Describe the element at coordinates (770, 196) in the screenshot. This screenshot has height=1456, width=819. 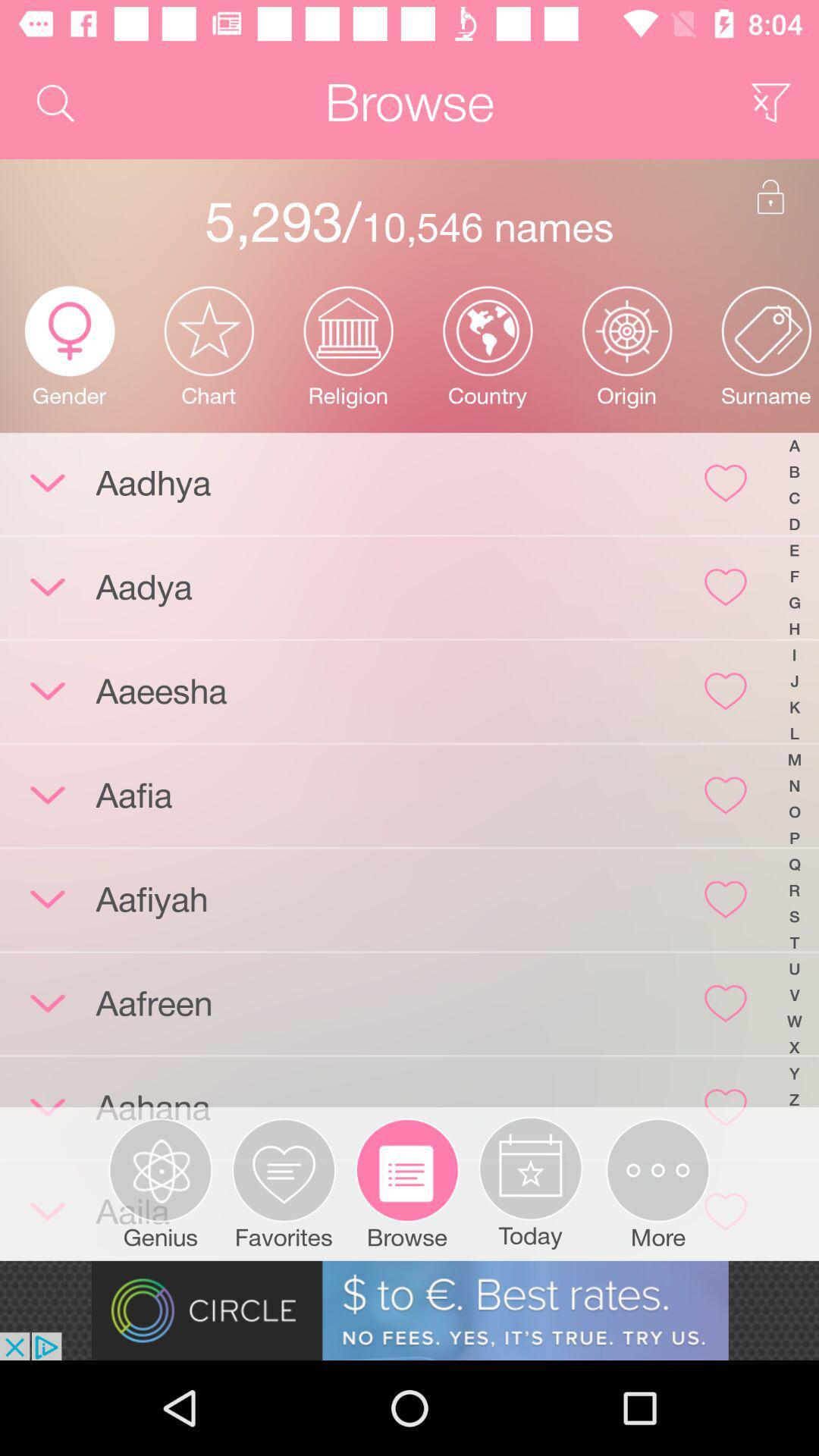
I see `the lock icon` at that location.